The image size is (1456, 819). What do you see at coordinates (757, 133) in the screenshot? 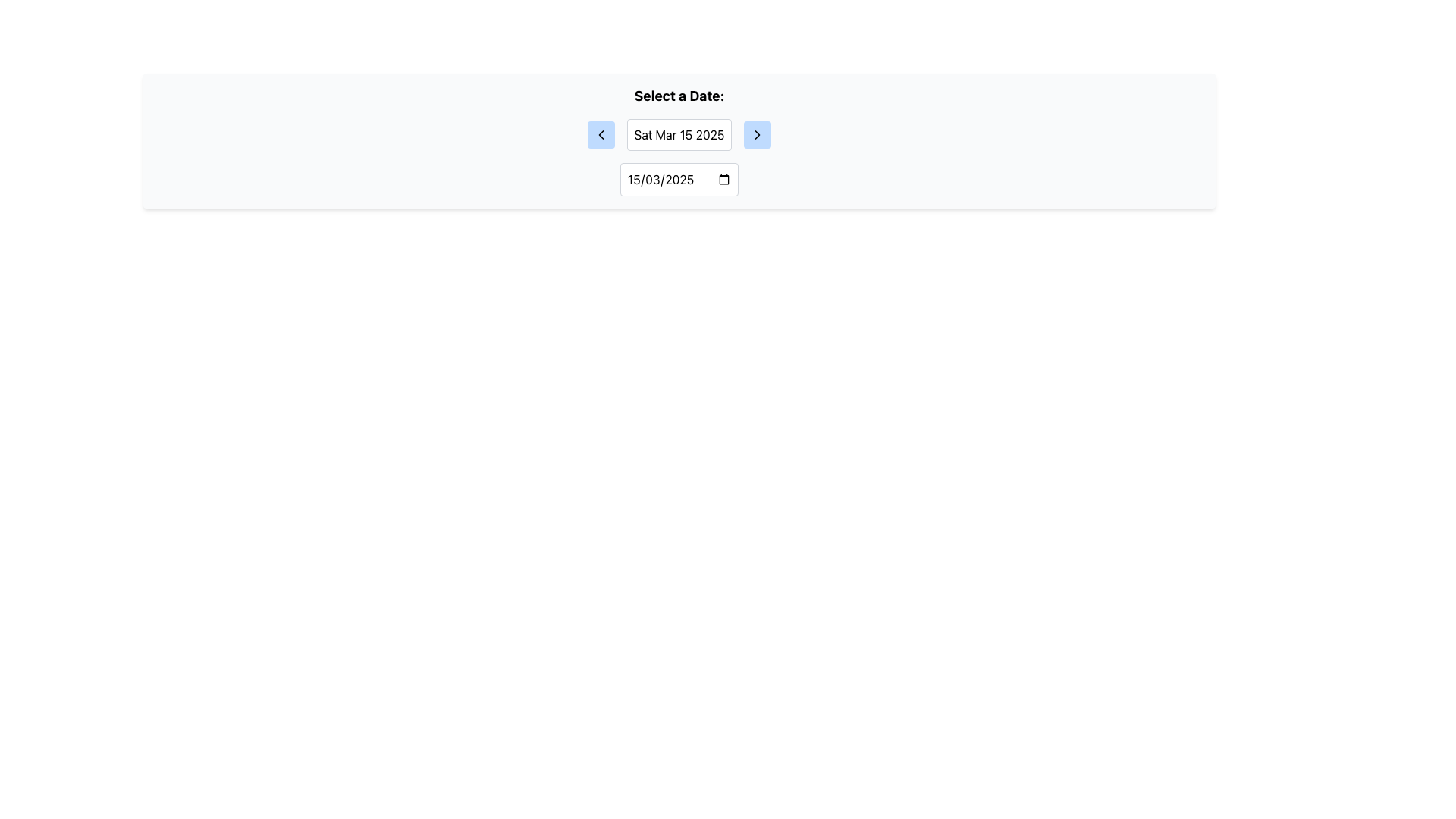
I see `the rightward arrowhead icon in the date navigation controls` at bounding box center [757, 133].